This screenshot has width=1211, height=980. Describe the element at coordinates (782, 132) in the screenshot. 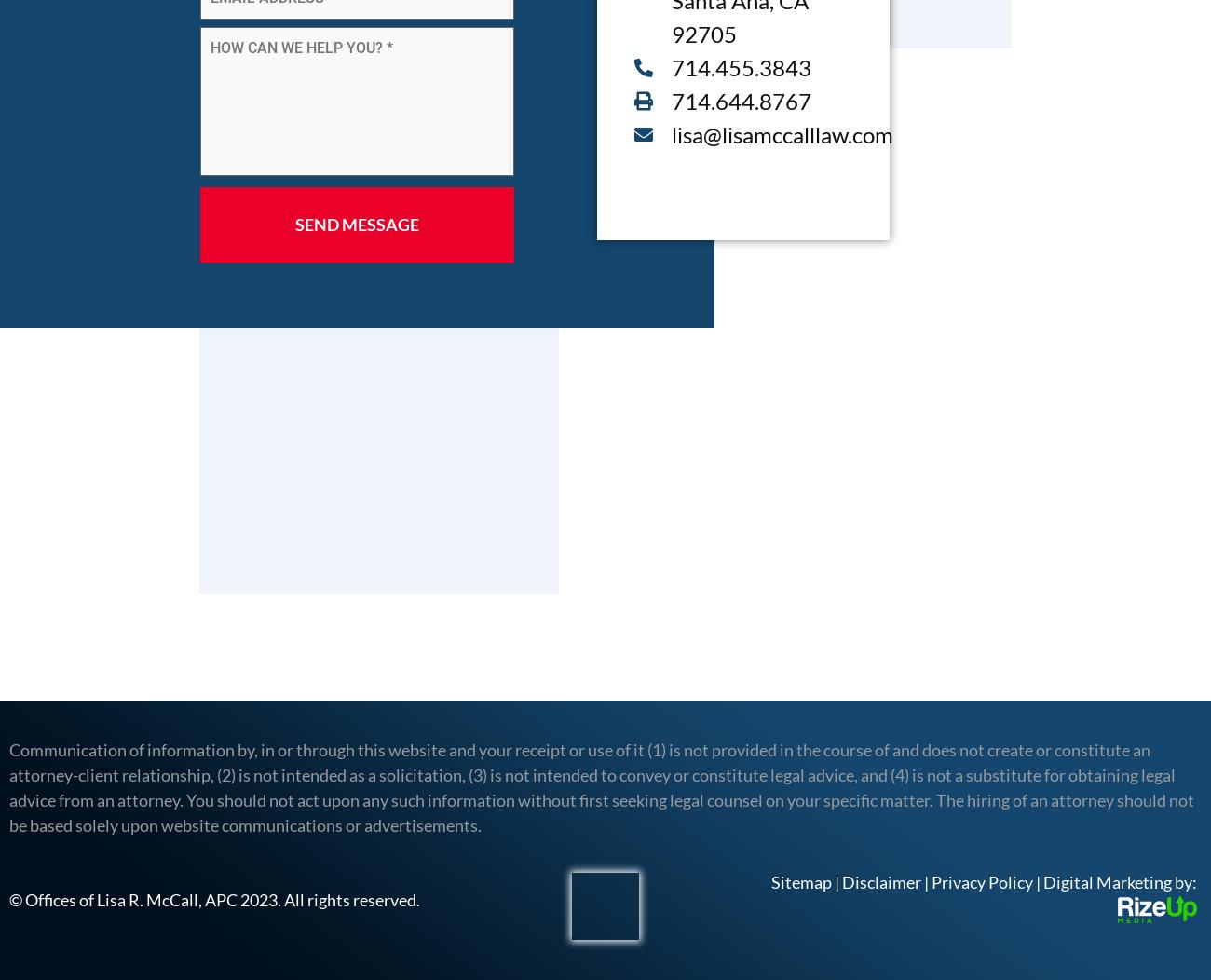

I see `'lisa@lisamccalllaw.com'` at that location.